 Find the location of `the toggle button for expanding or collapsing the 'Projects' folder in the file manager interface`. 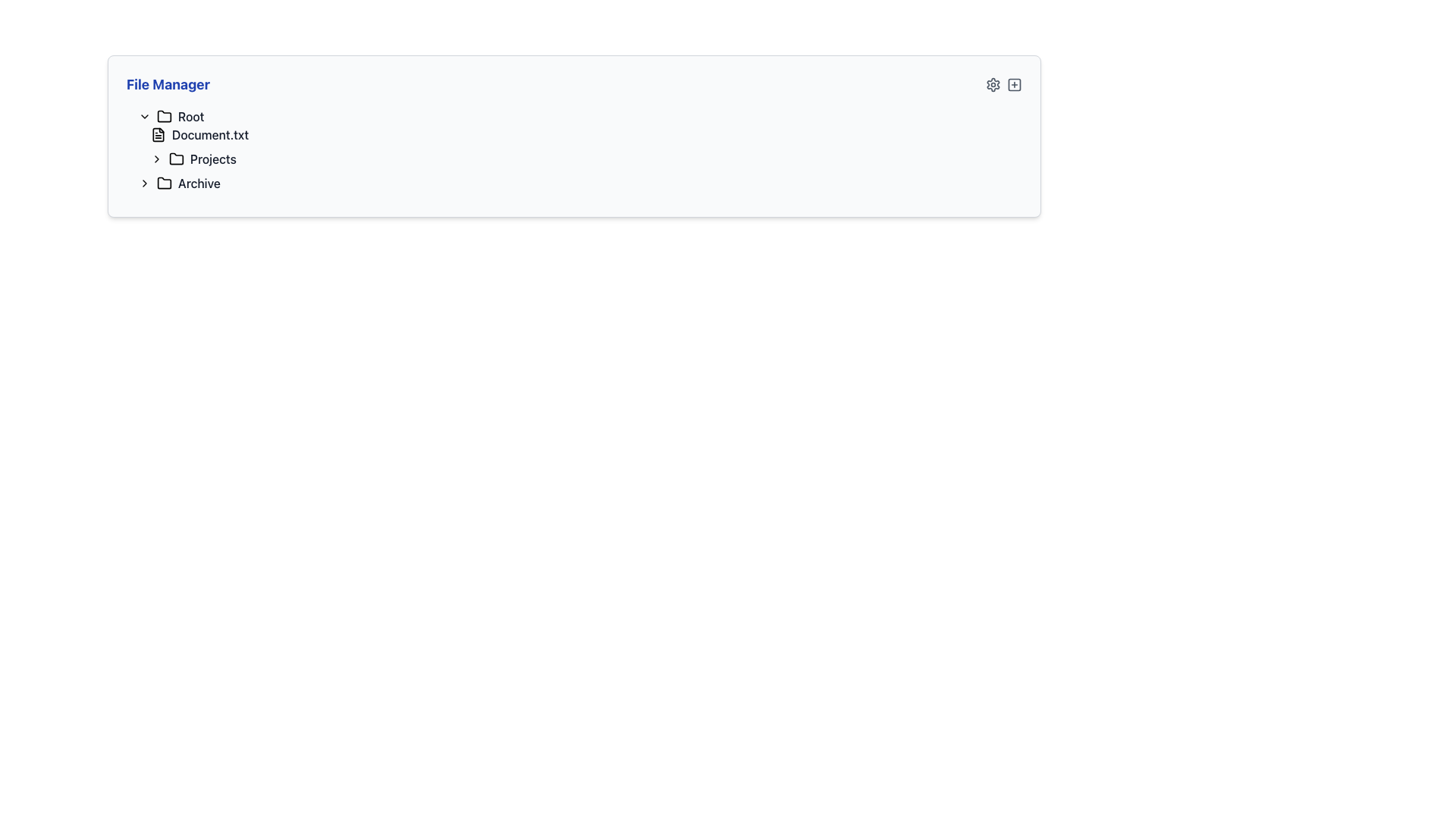

the toggle button for expanding or collapsing the 'Projects' folder in the file manager interface is located at coordinates (156, 158).